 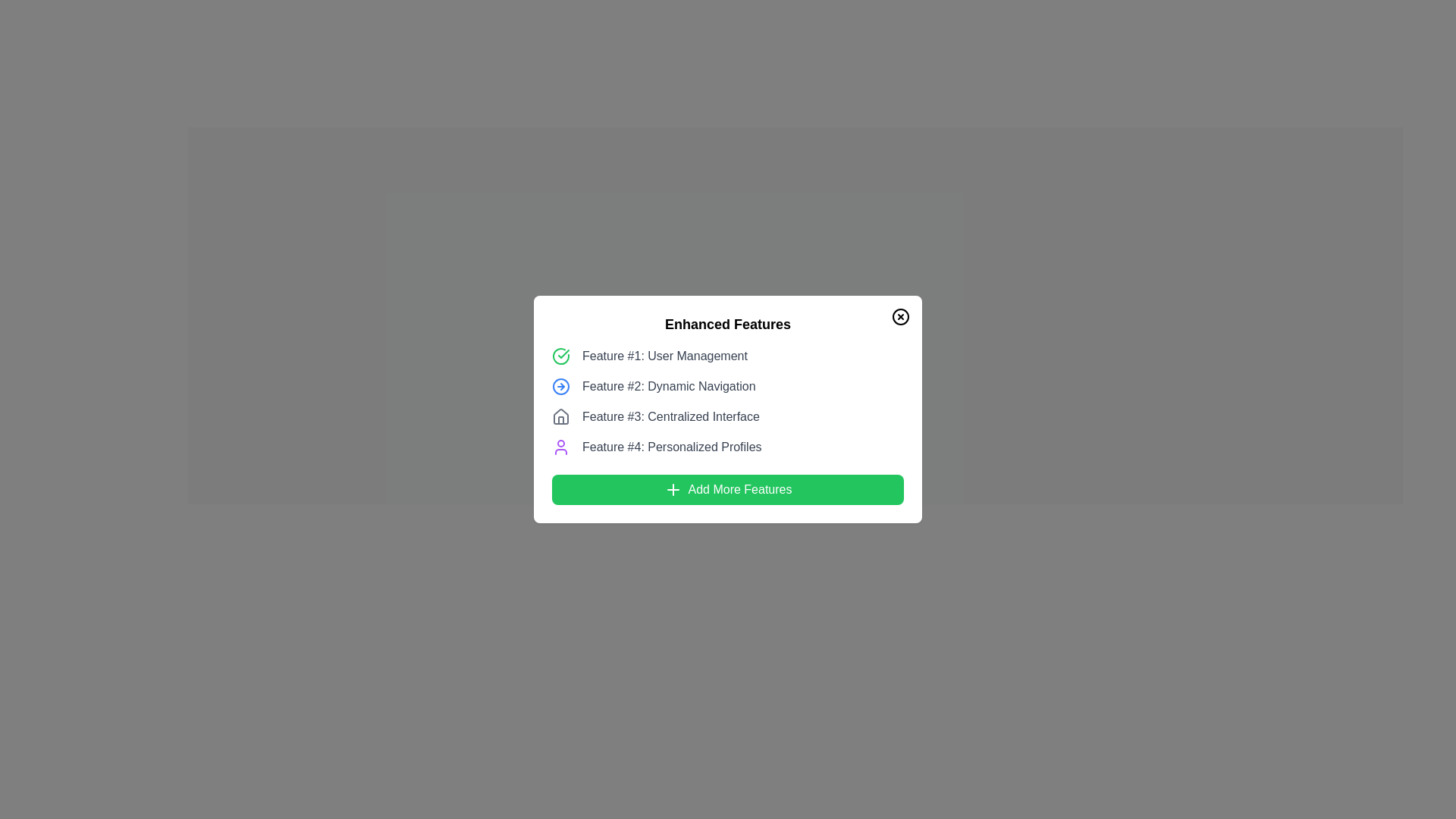 What do you see at coordinates (560, 385) in the screenshot?
I see `the circular arrow icon pointing to the right, which is styled in blue and located to the left of the text 'Feature #2: Dynamic Navigation' in the second row of the main feature list` at bounding box center [560, 385].